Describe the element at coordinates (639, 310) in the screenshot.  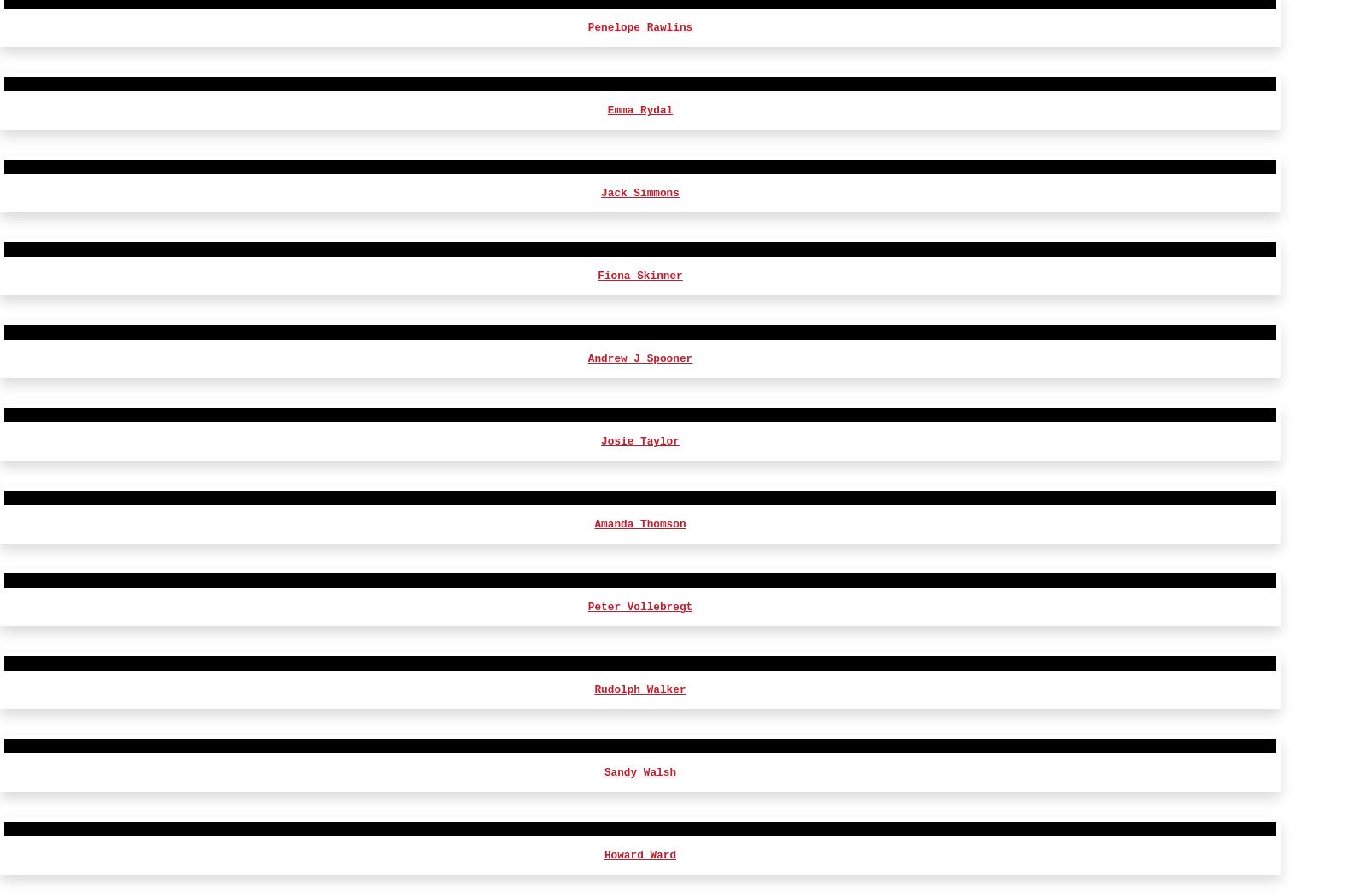
I see `'Zehra Jane Naqvi'` at that location.